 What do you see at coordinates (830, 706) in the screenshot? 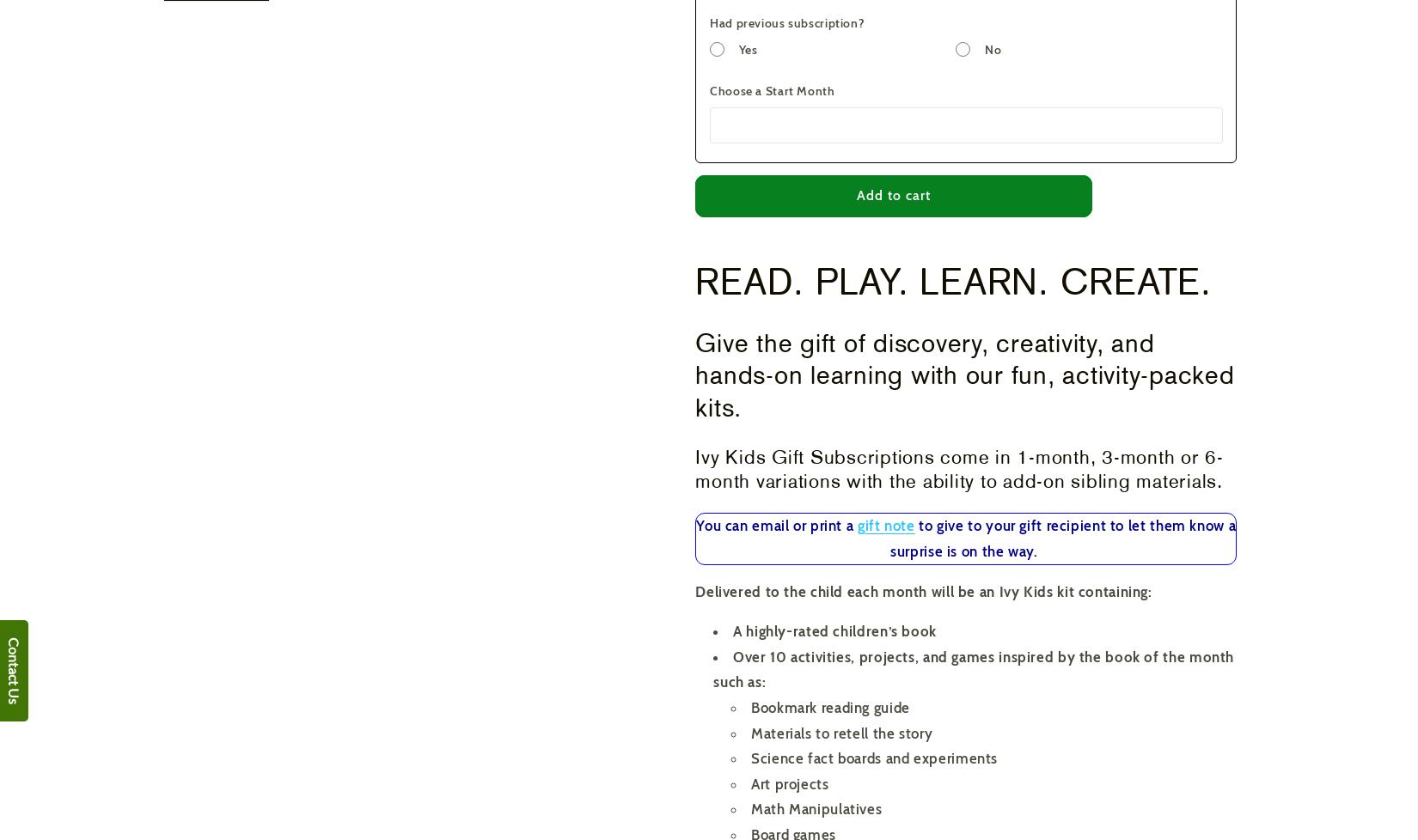
I see `'Bookmark reading guide'` at bounding box center [830, 706].